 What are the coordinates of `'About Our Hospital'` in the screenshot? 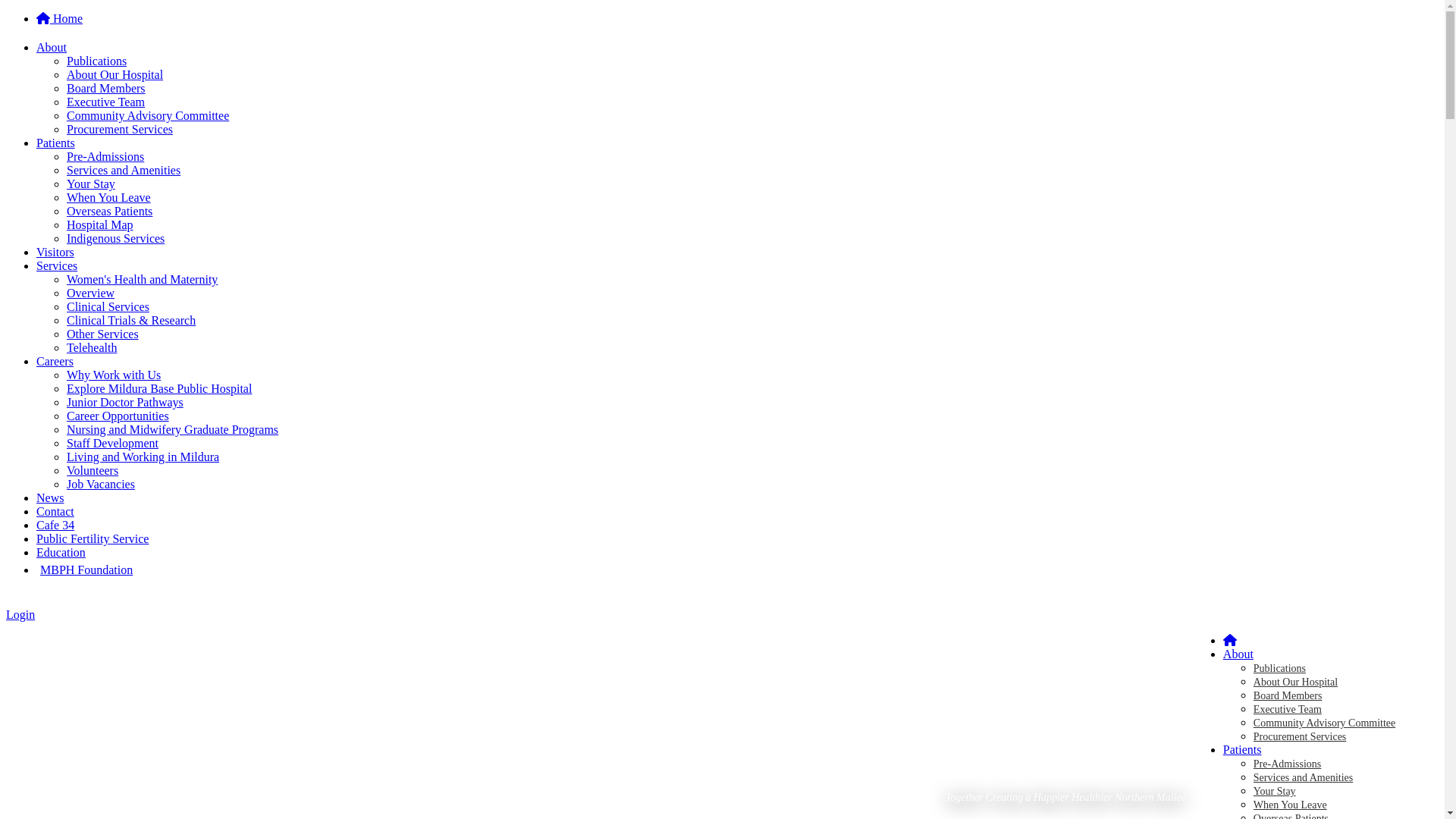 It's located at (114, 74).